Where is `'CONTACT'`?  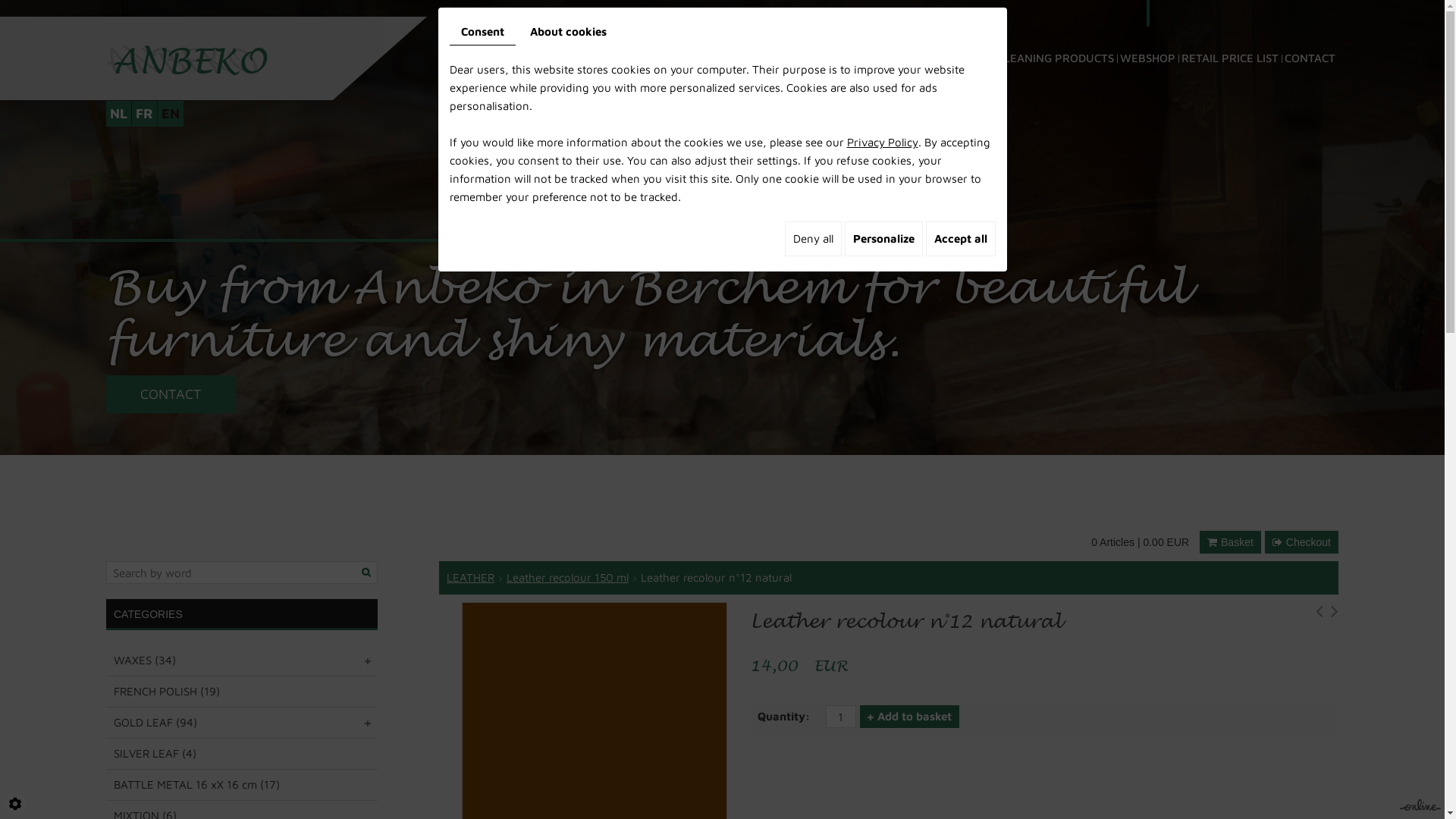
'CONTACT' is located at coordinates (1309, 36).